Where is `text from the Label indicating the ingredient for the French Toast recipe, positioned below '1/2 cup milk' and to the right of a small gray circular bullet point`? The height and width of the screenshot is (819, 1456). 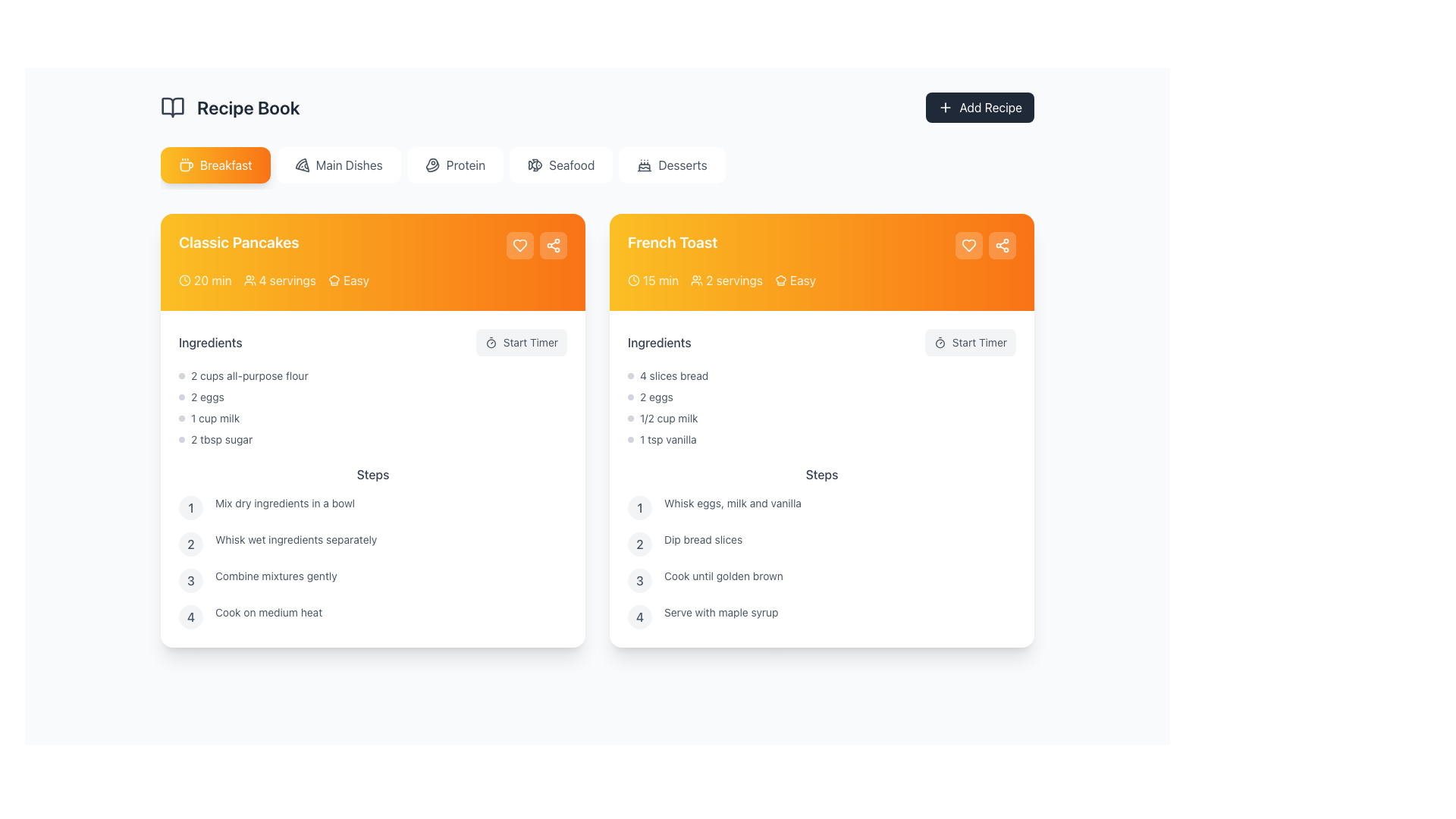
text from the Label indicating the ingredient for the French Toast recipe, positioned below '1/2 cup milk' and to the right of a small gray circular bullet point is located at coordinates (667, 439).